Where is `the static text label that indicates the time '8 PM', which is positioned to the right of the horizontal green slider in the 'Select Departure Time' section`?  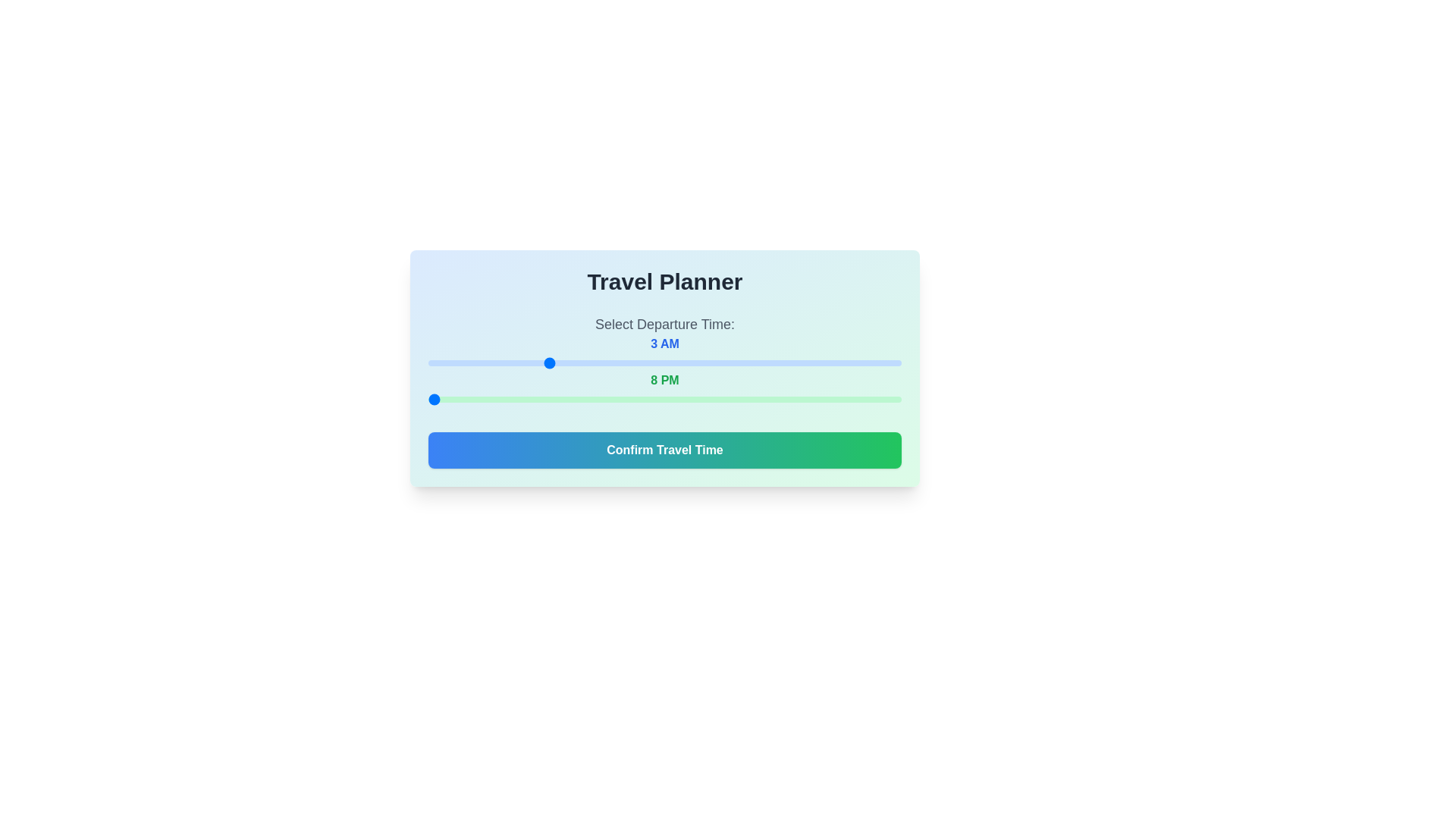
the static text label that indicates the time '8 PM', which is positioned to the right of the horizontal green slider in the 'Select Departure Time' section is located at coordinates (665, 379).